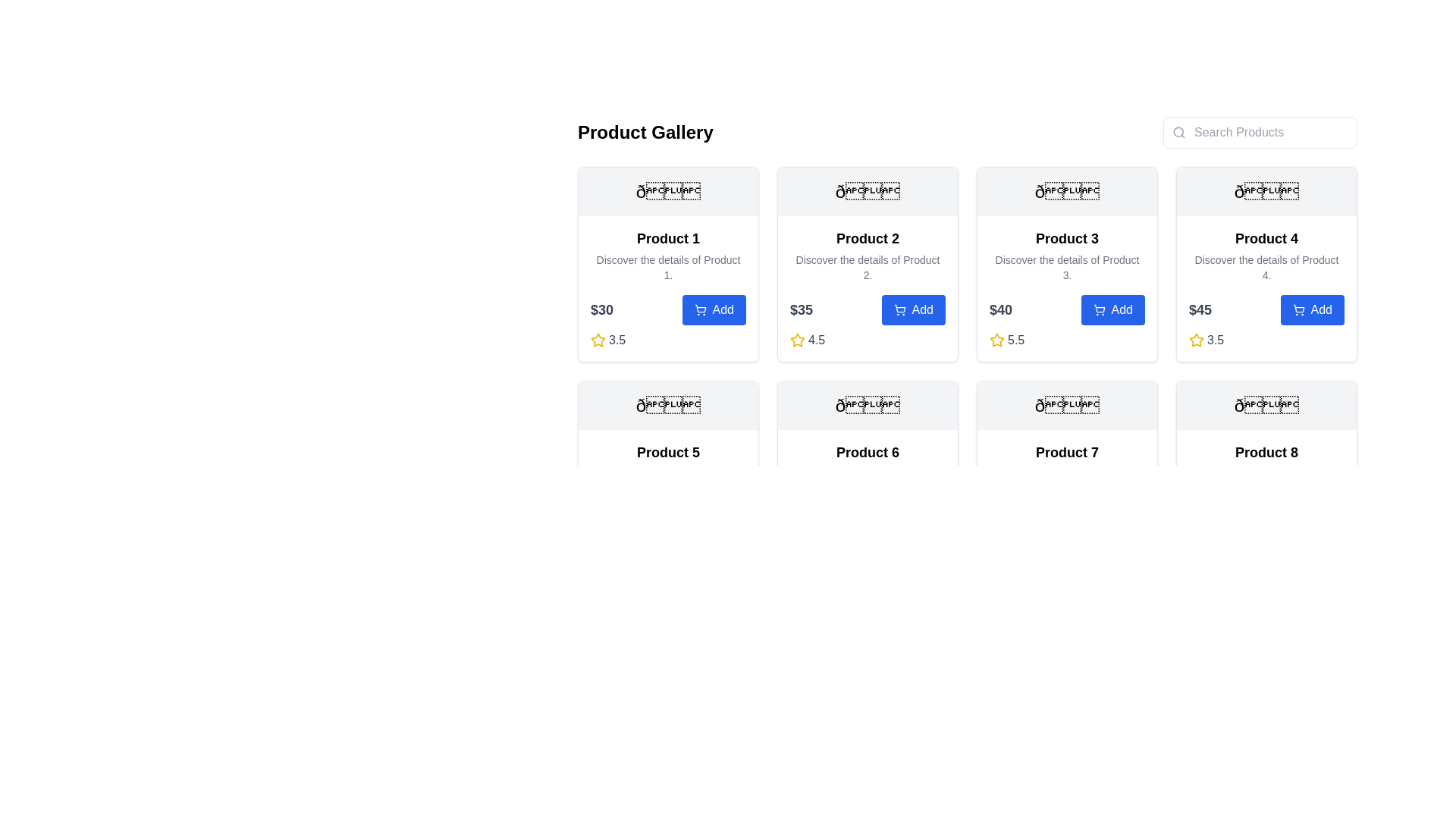 This screenshot has height=819, width=1456. I want to click on the static text element displaying the price '$40', which is styled in bold gray and located to the left of the 'Add' button for 'Product 3', so click(1001, 309).